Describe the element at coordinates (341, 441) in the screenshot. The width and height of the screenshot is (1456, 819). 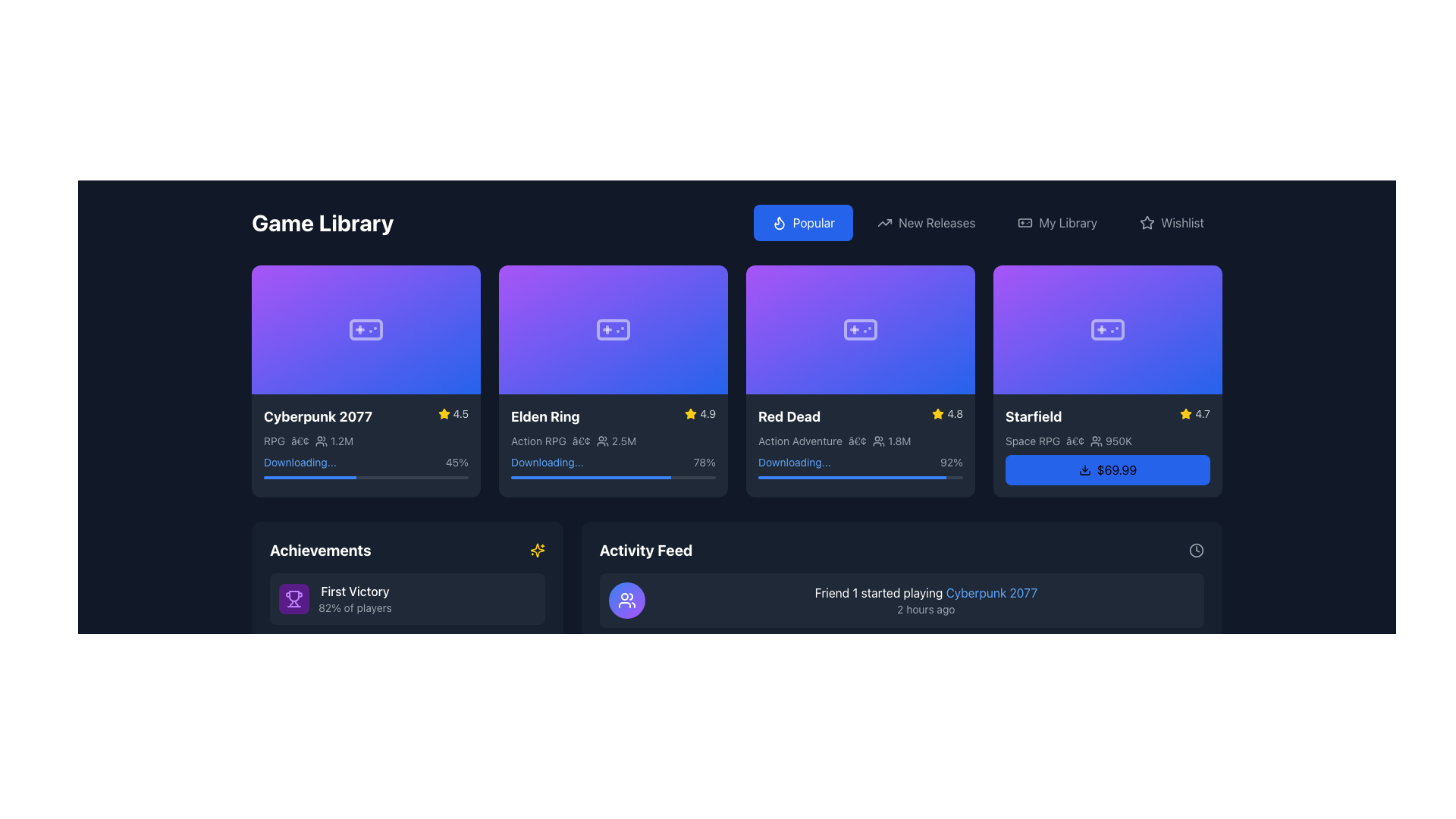
I see `the text label that displays a measurable value or statistic related to the game 'Cyberpunk 2077', located below the game card and within the first column of the grid layout` at that location.